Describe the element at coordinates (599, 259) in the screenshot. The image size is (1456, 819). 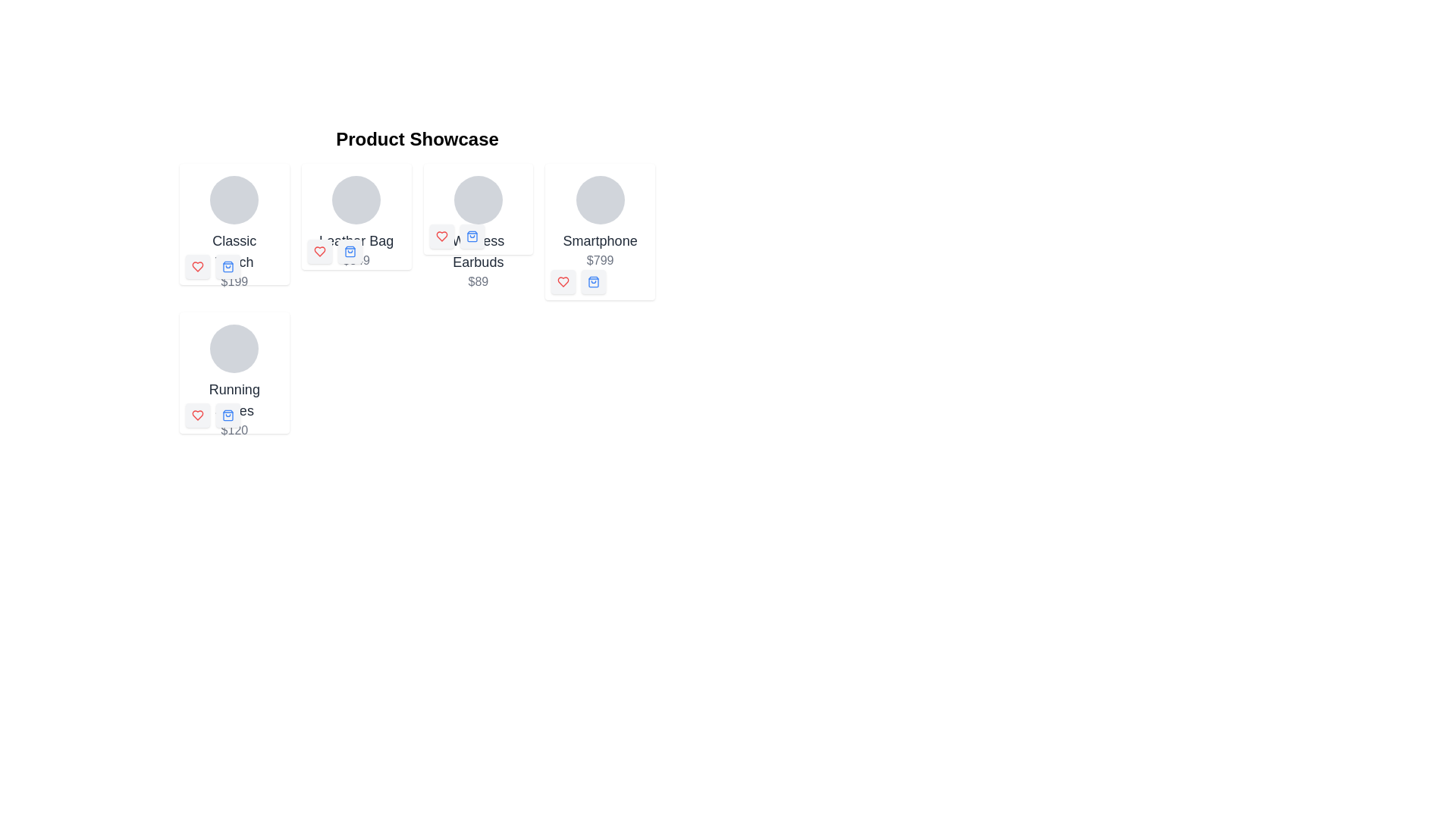
I see `the static text label displaying '$799', which is located below the 'Smartphone' text in the fourth product card` at that location.